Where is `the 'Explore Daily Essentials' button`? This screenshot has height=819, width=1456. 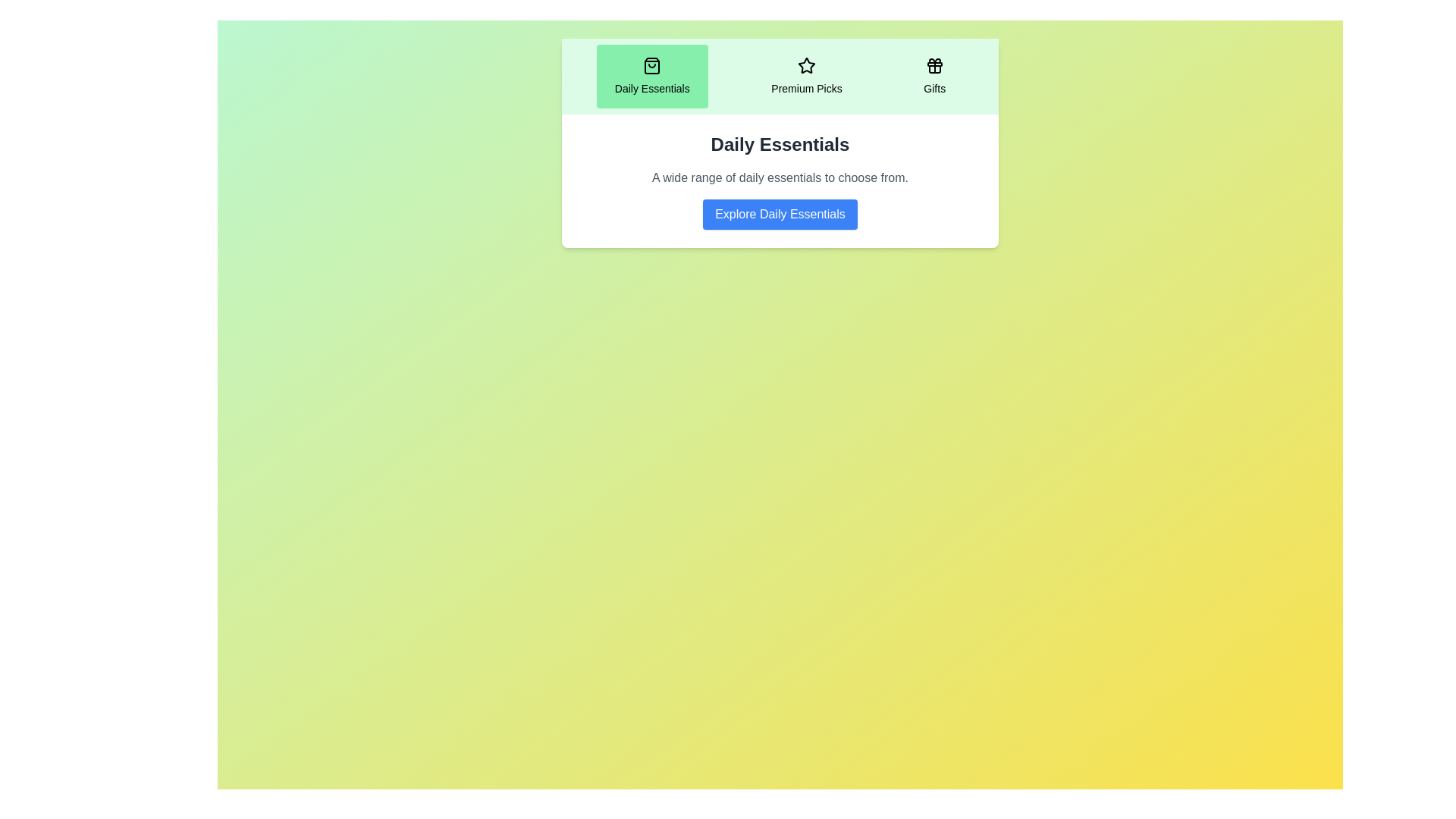
the 'Explore Daily Essentials' button is located at coordinates (780, 214).